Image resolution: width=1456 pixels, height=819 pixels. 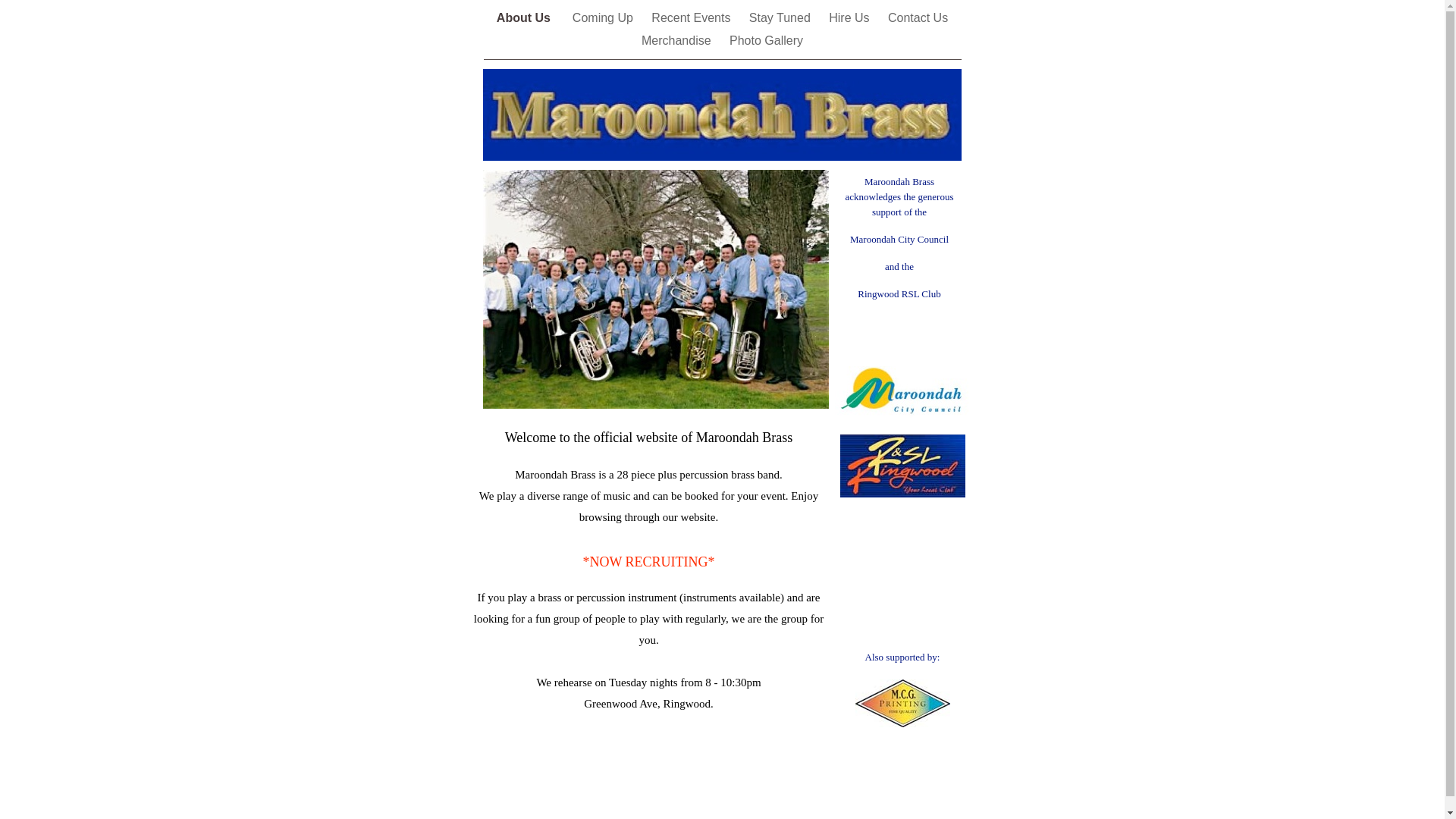 What do you see at coordinates (603, 17) in the screenshot?
I see `'Coming Up'` at bounding box center [603, 17].